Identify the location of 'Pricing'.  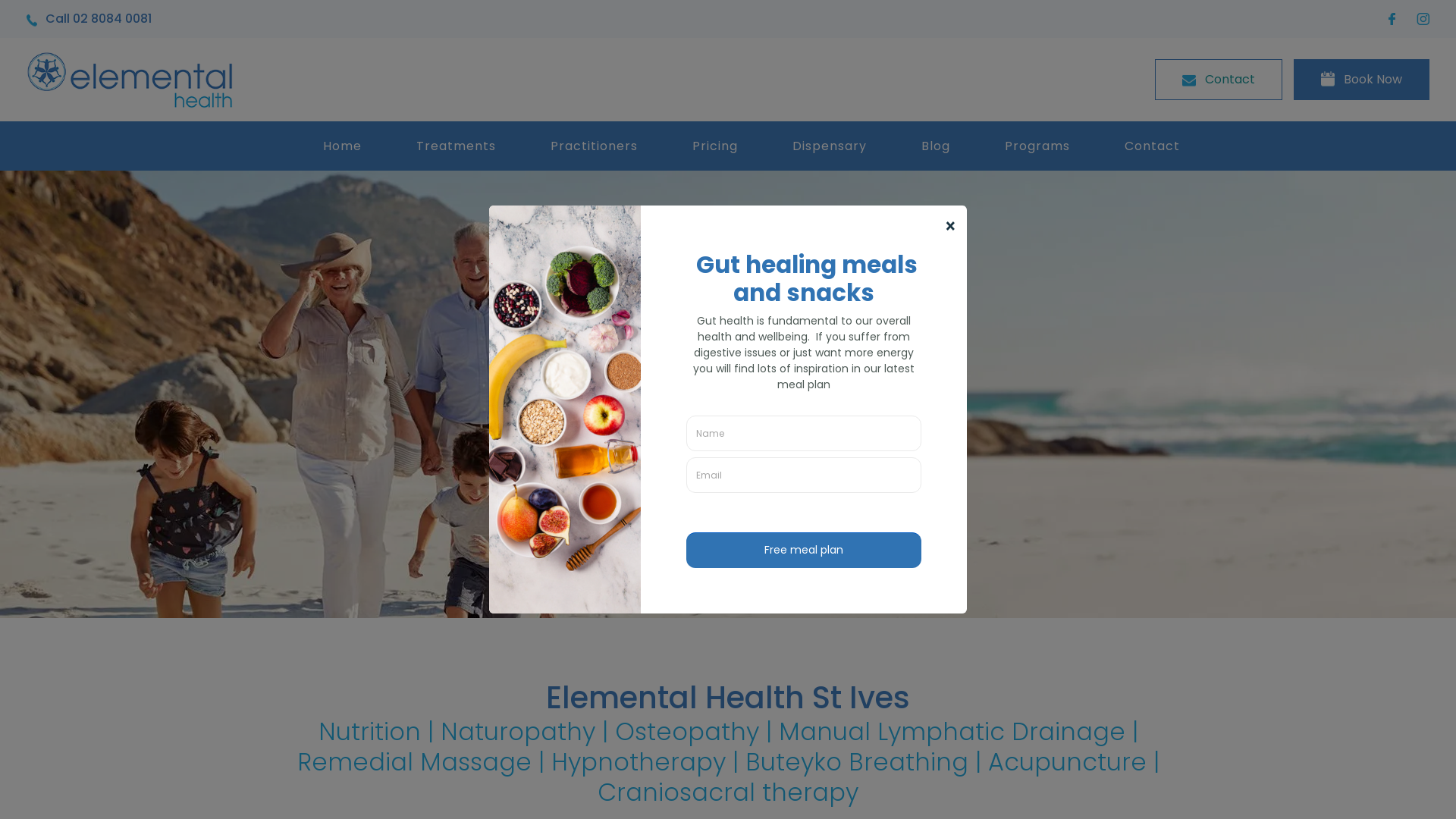
(666, 146).